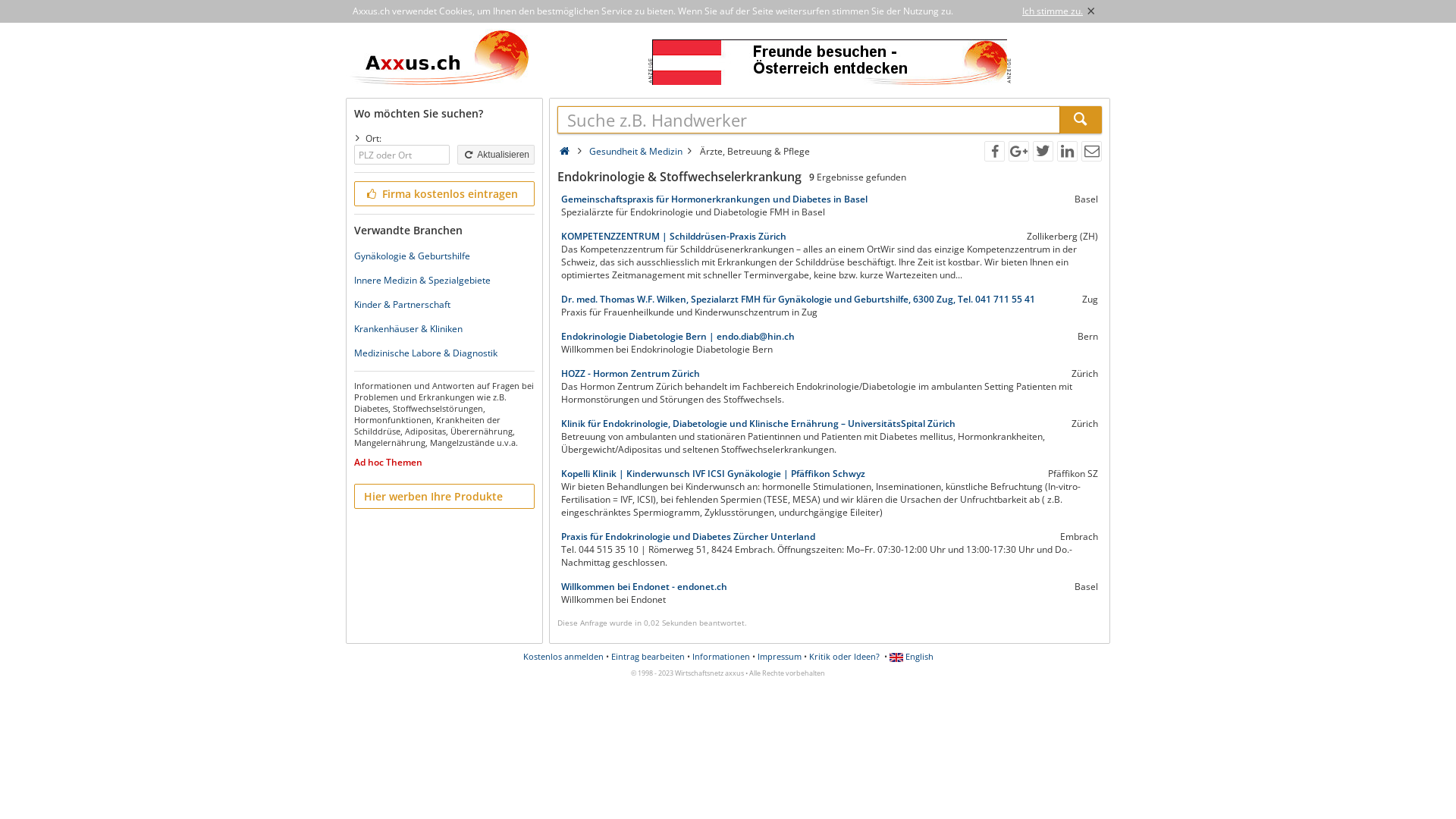 This screenshot has height=819, width=1456. I want to click on 'Kinder & Partnerschaft', so click(402, 304).